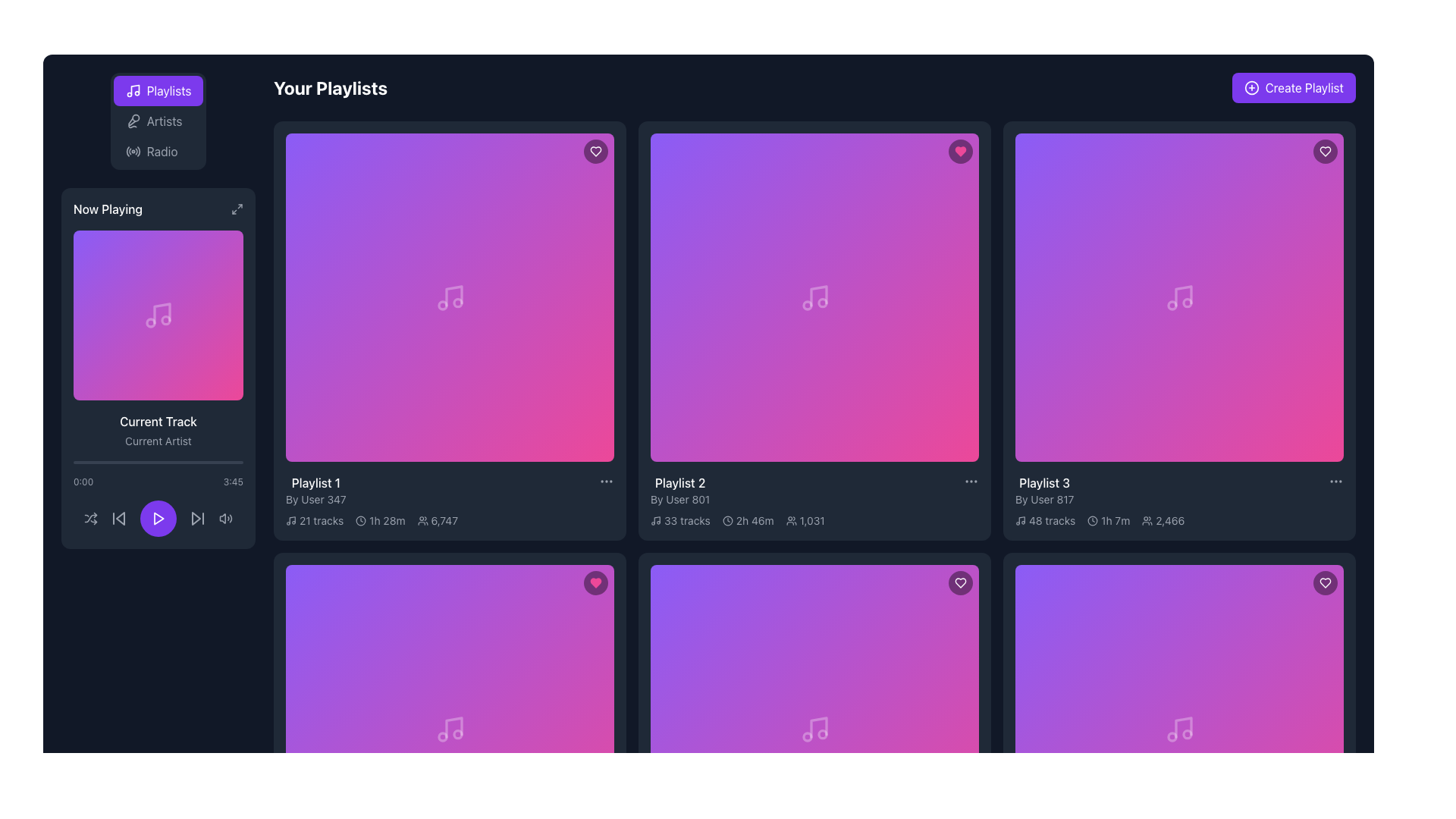 The height and width of the screenshot is (819, 1456). What do you see at coordinates (814, 728) in the screenshot?
I see `the play button located at the center of the sixth playlist card in the grid layout to initiate playback for the associated playlist` at bounding box center [814, 728].